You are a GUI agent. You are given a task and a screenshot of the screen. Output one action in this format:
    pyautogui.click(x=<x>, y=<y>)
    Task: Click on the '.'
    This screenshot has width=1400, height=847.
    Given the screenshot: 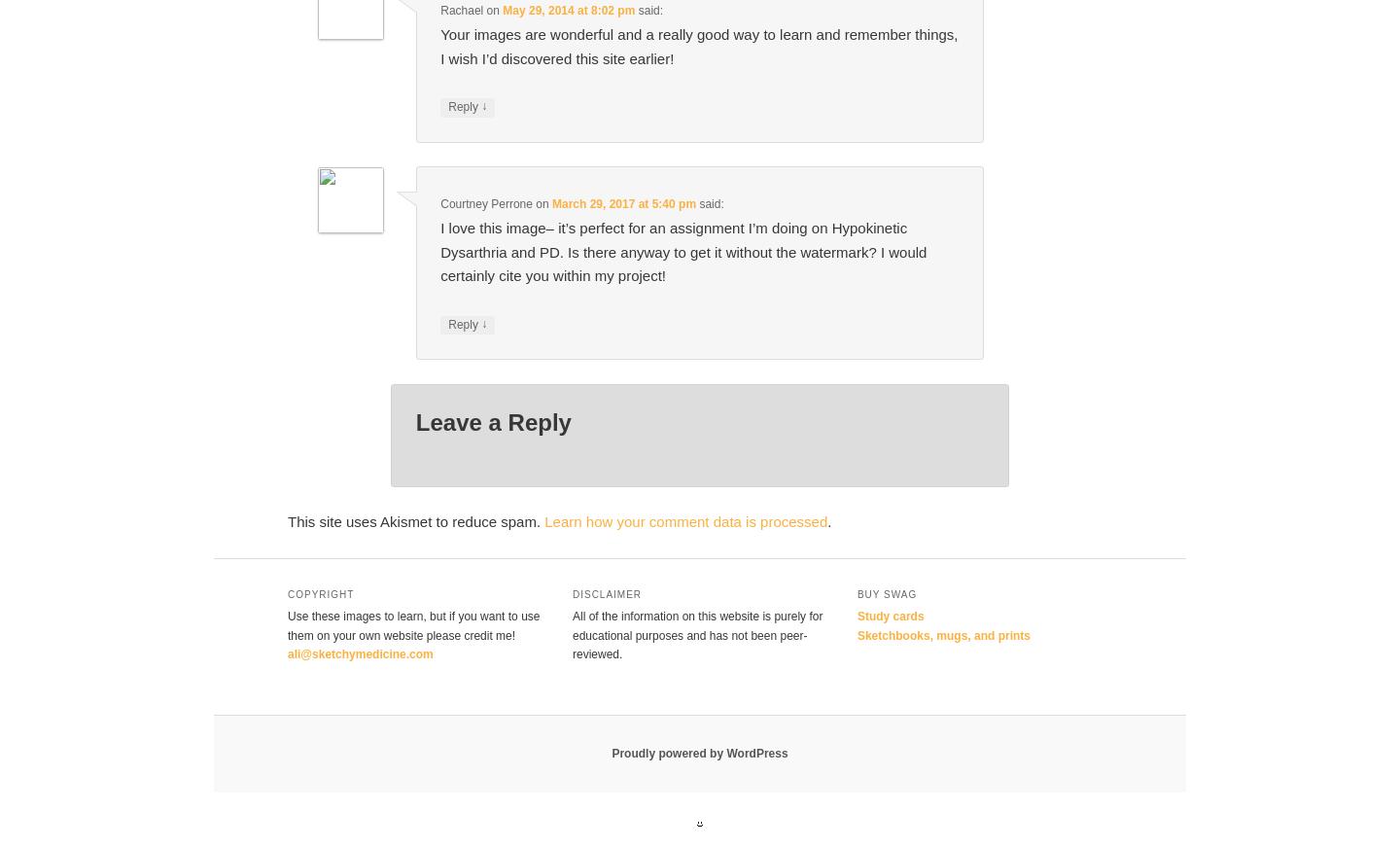 What is the action you would take?
    pyautogui.click(x=828, y=521)
    